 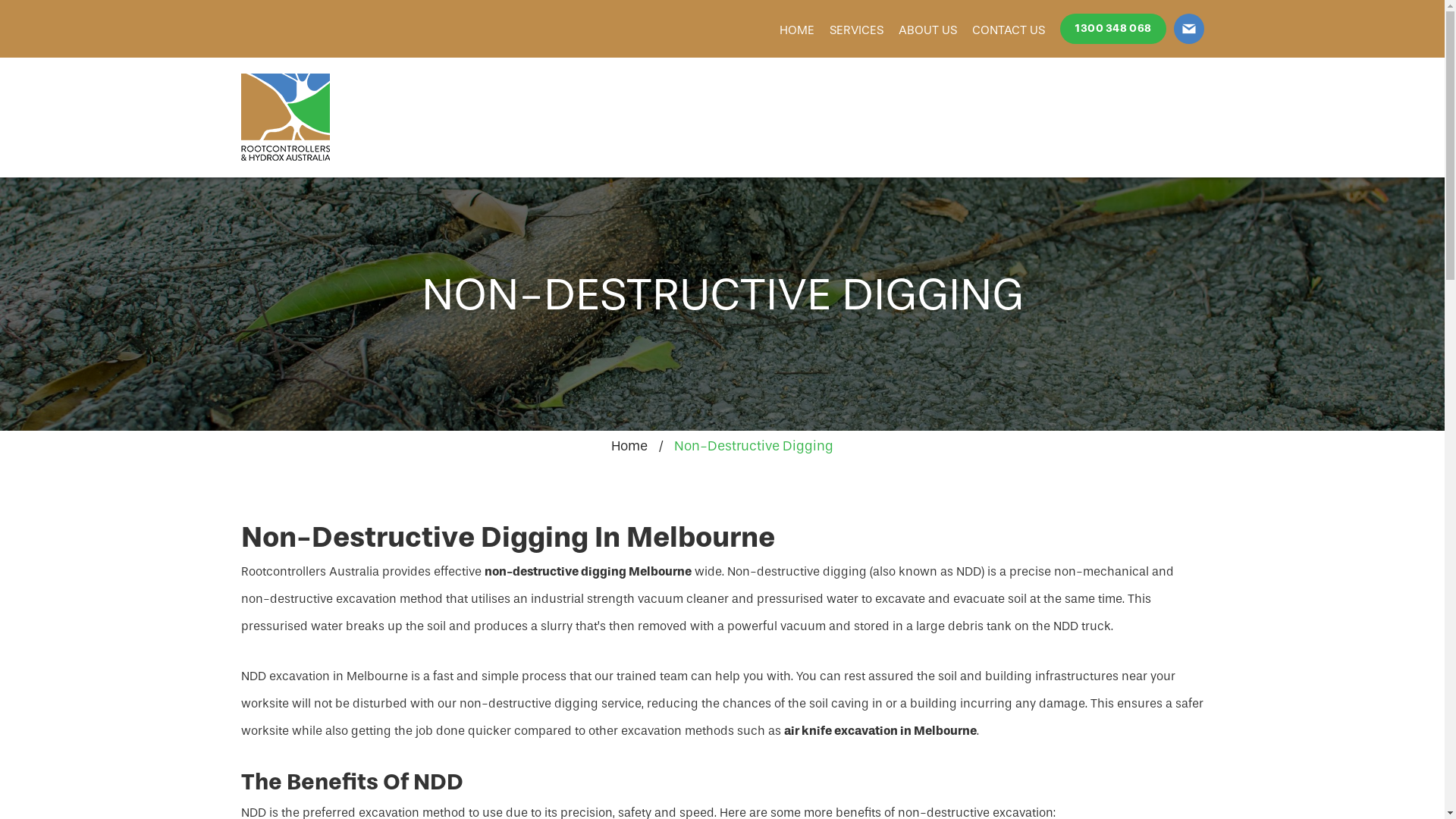 I want to click on '1300 348 068', so click(x=1113, y=29).